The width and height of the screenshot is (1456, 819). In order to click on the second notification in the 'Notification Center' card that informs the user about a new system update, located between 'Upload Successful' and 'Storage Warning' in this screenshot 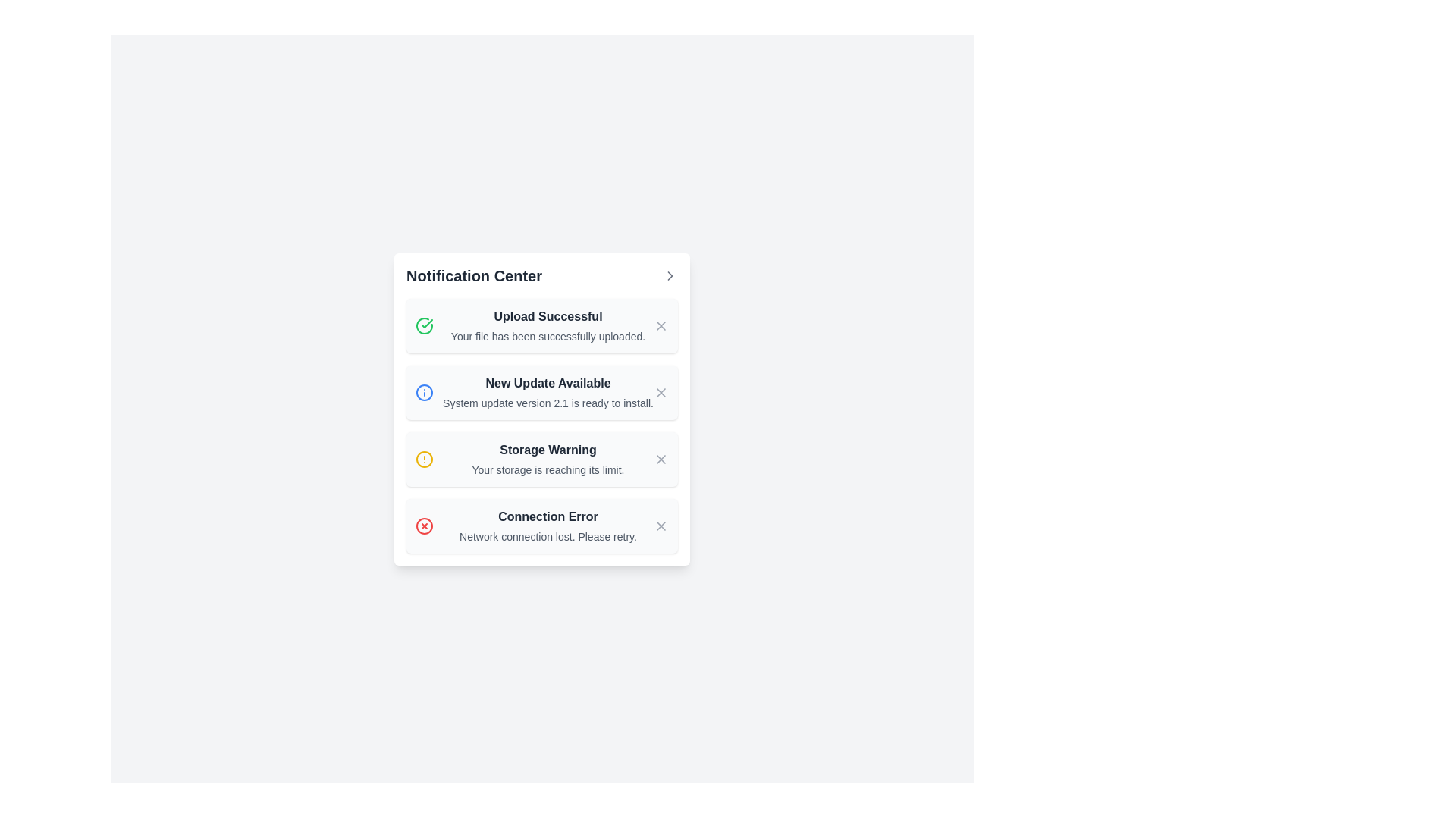, I will do `click(542, 425)`.